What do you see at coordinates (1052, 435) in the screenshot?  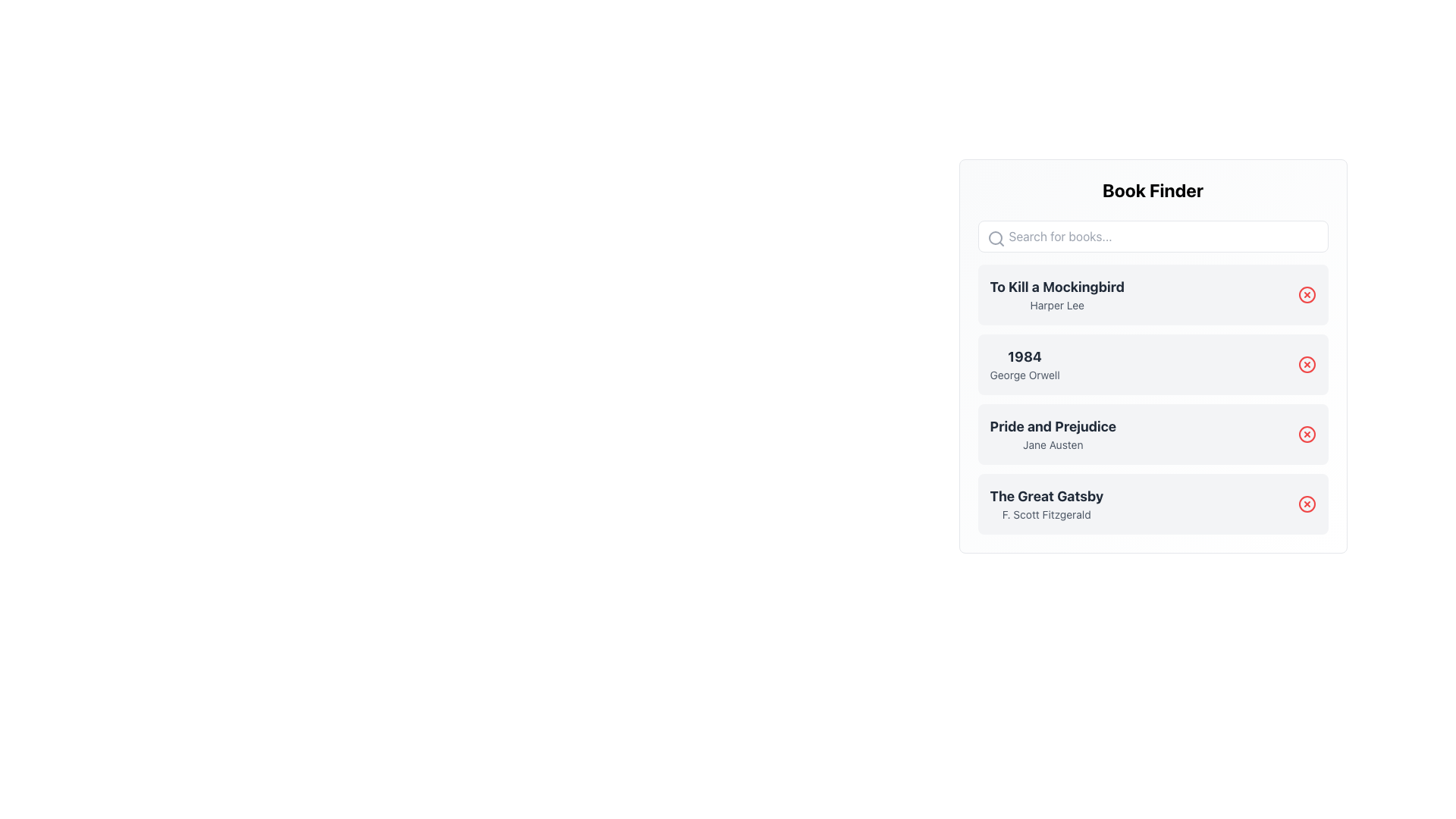 I see `information displayed in the text element showing 'Pride and Prejudice' by 'Jane Austen', which is located in the third entry of the book selection interface` at bounding box center [1052, 435].